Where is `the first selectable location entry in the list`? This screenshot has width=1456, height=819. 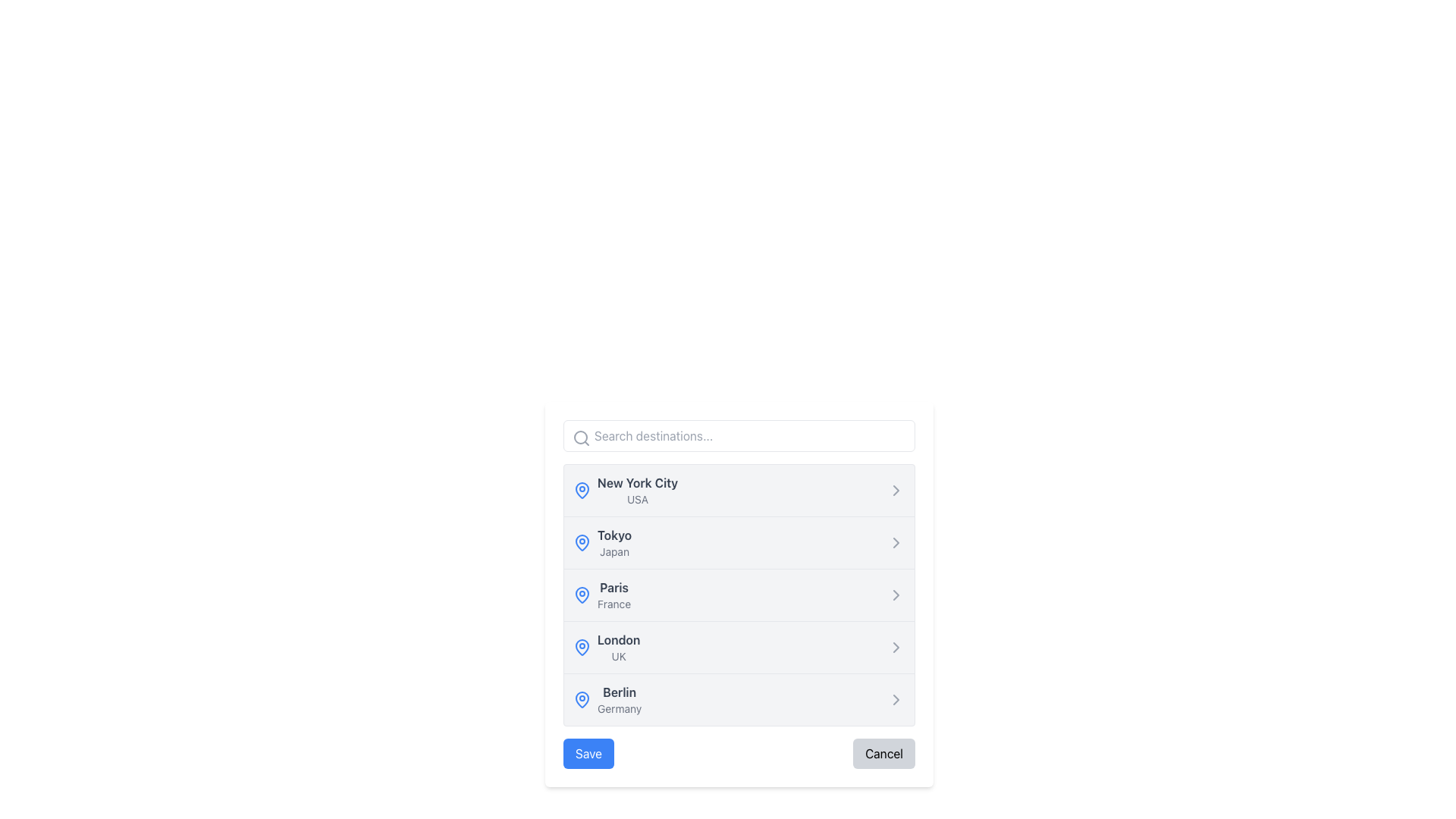 the first selectable location entry in the list is located at coordinates (626, 491).